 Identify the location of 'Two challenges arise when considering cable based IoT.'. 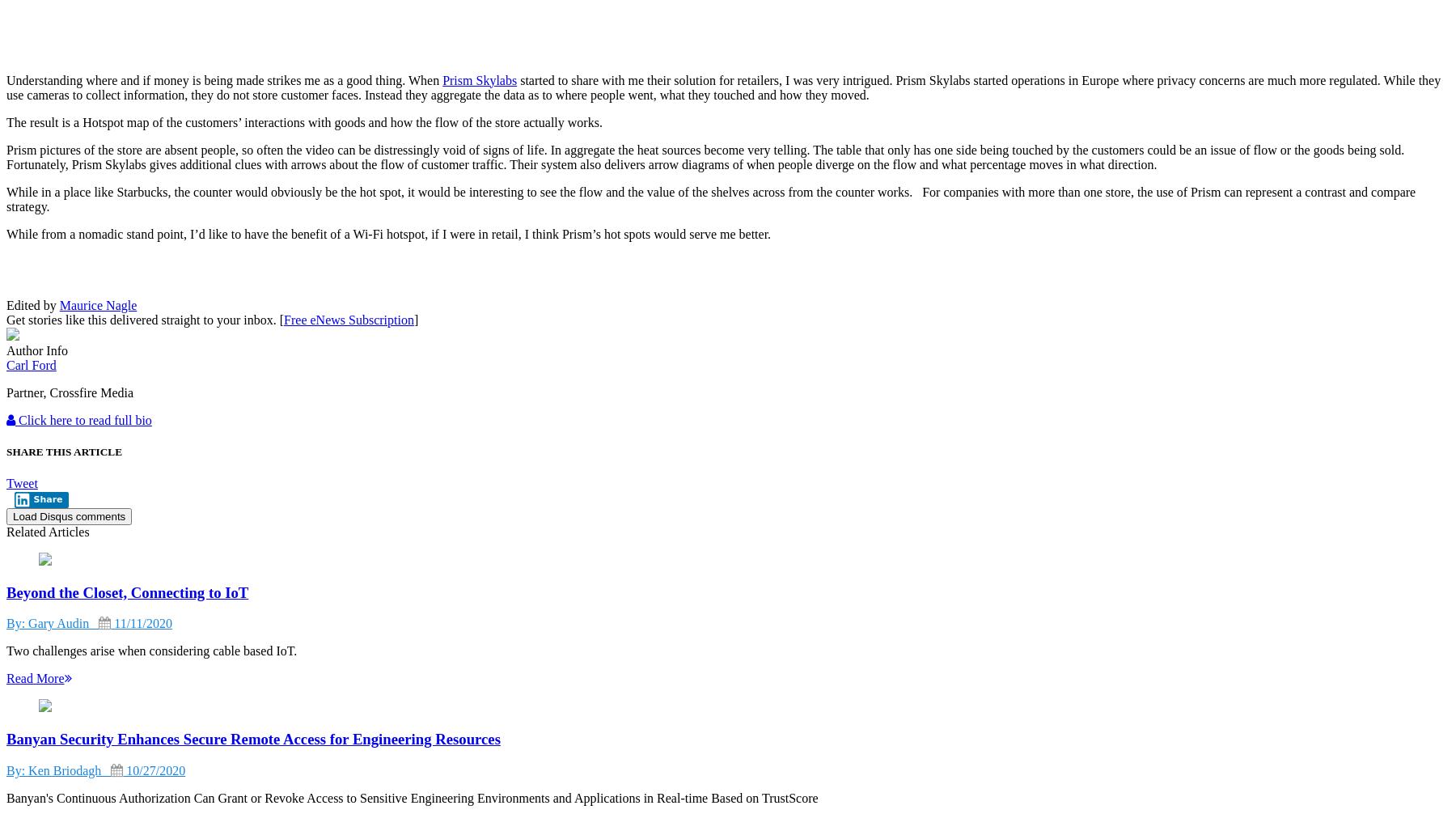
(151, 650).